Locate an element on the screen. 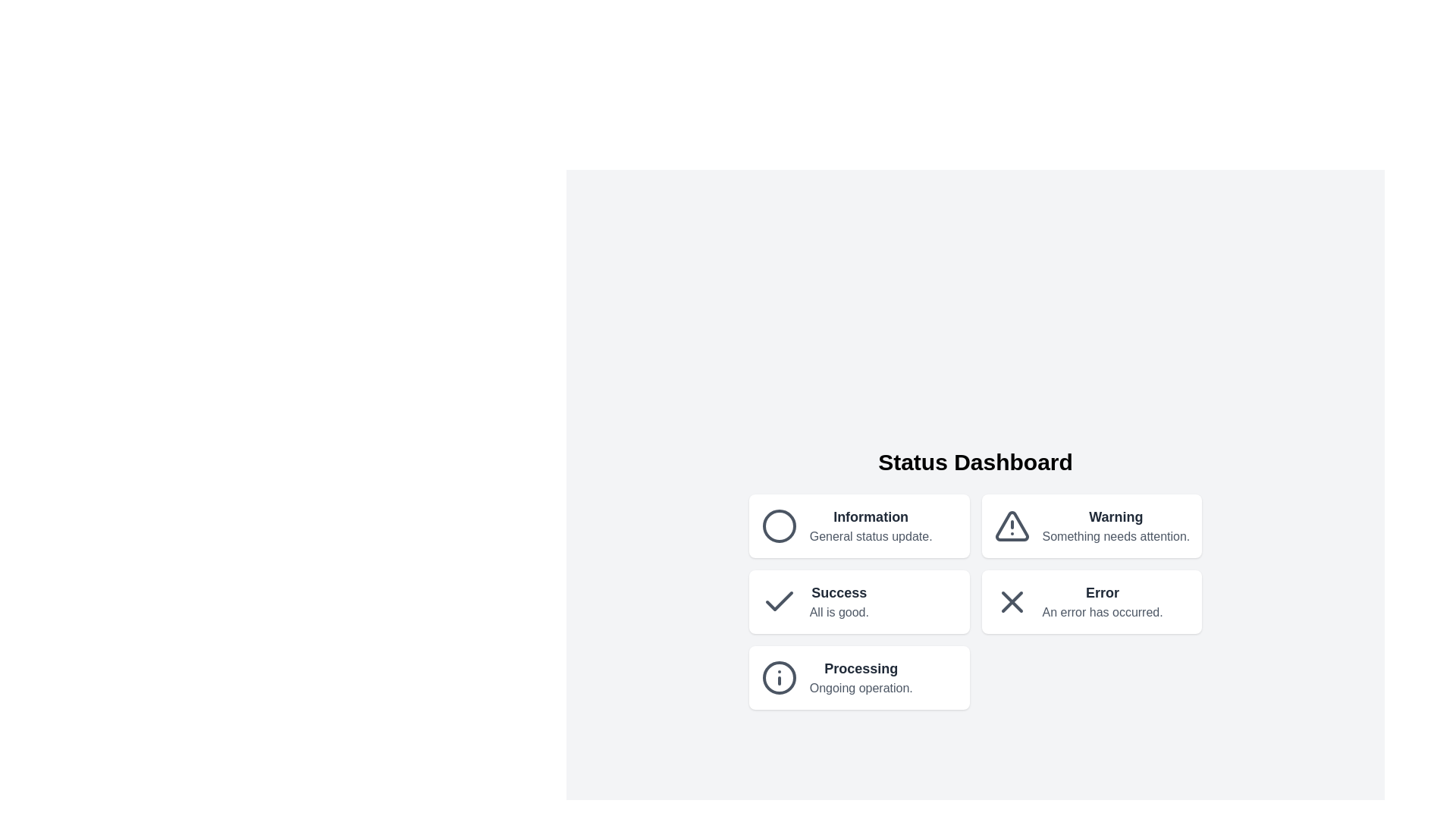 The image size is (1456, 819). the status indicator text label that represents a successful state, located in the middle-left of the grid layout is located at coordinates (838, 592).